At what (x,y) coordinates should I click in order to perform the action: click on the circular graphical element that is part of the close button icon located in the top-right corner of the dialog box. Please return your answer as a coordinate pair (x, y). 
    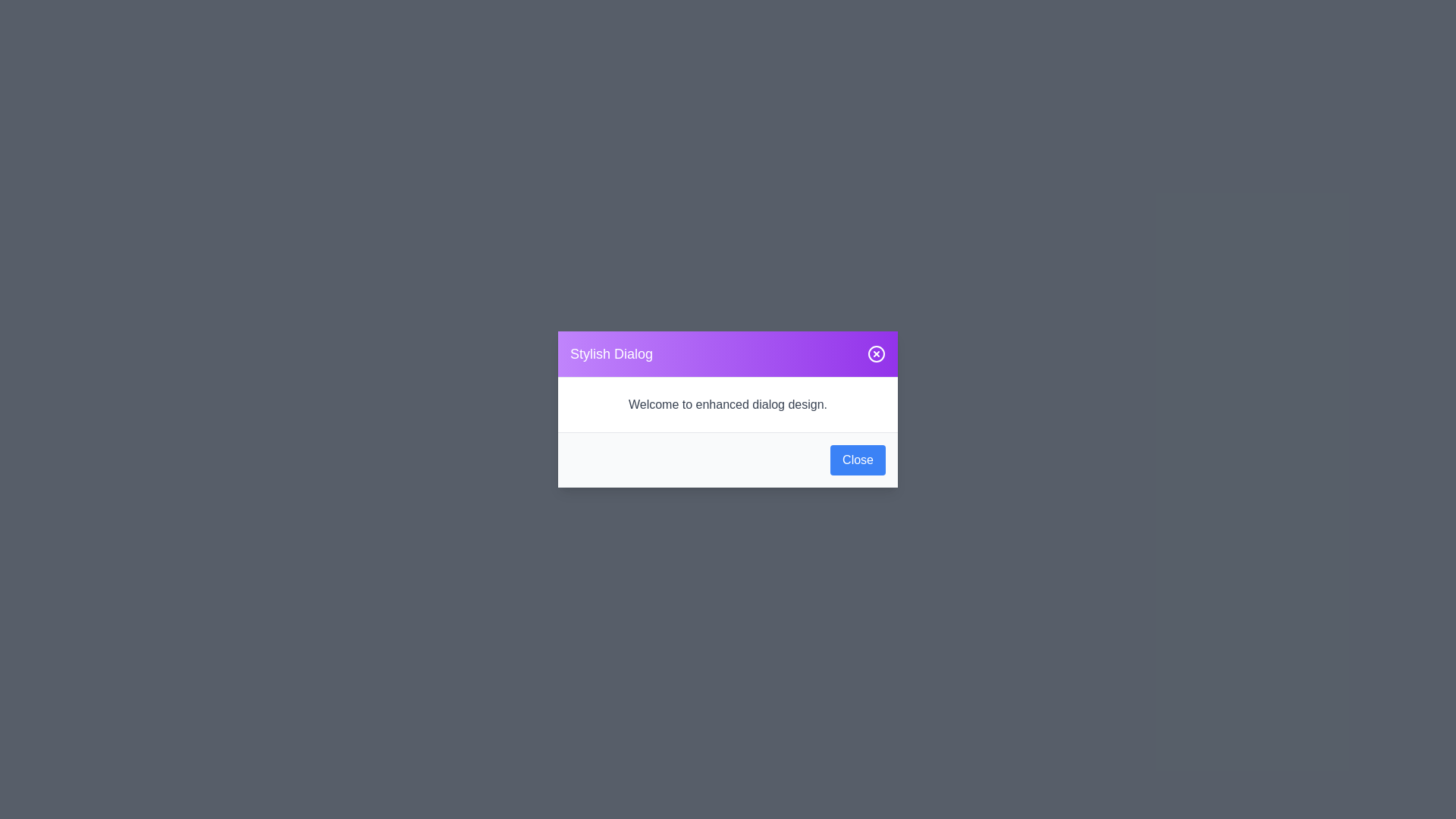
    Looking at the image, I should click on (877, 353).